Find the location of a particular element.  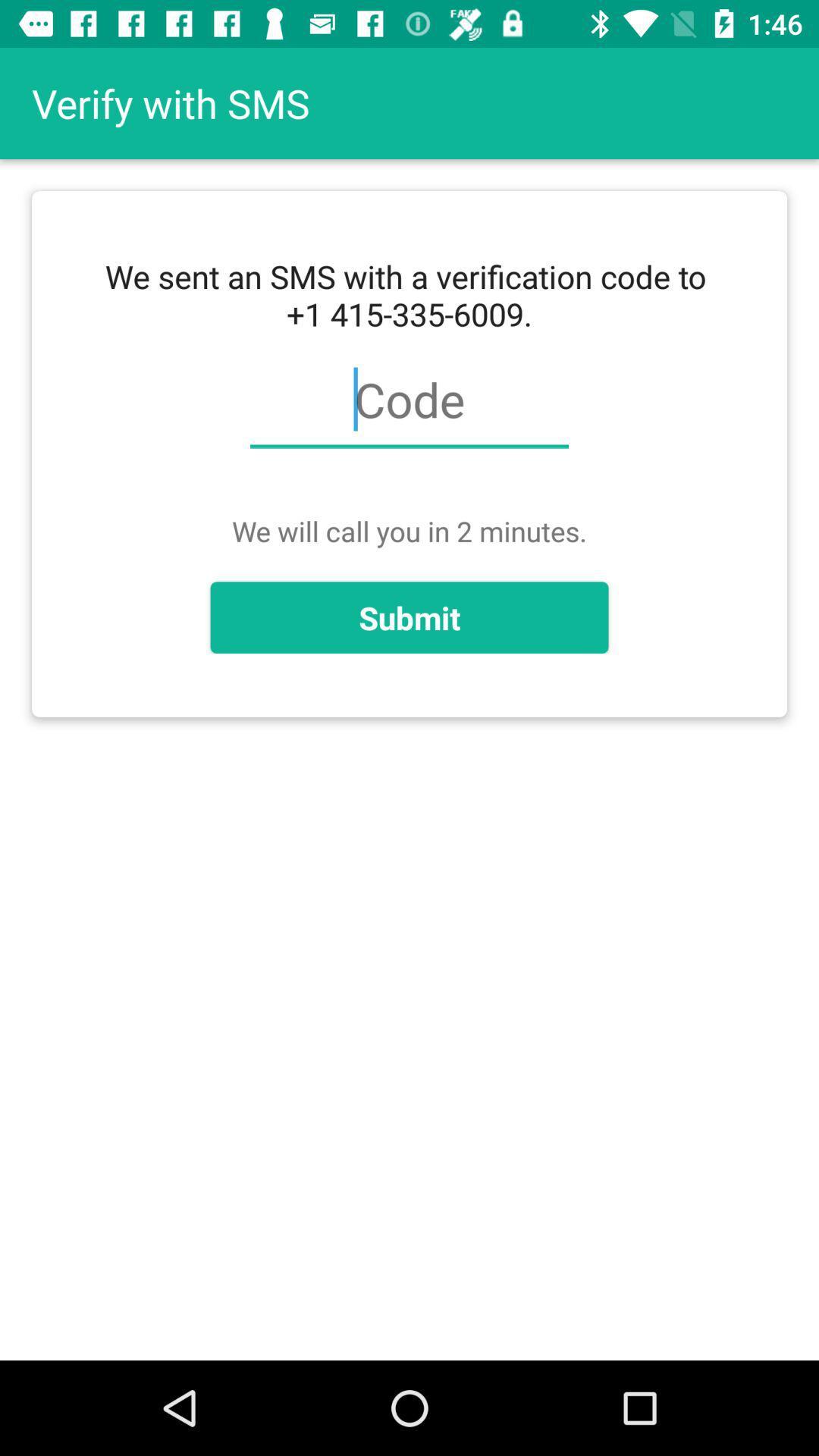

item below we will call is located at coordinates (409, 617).